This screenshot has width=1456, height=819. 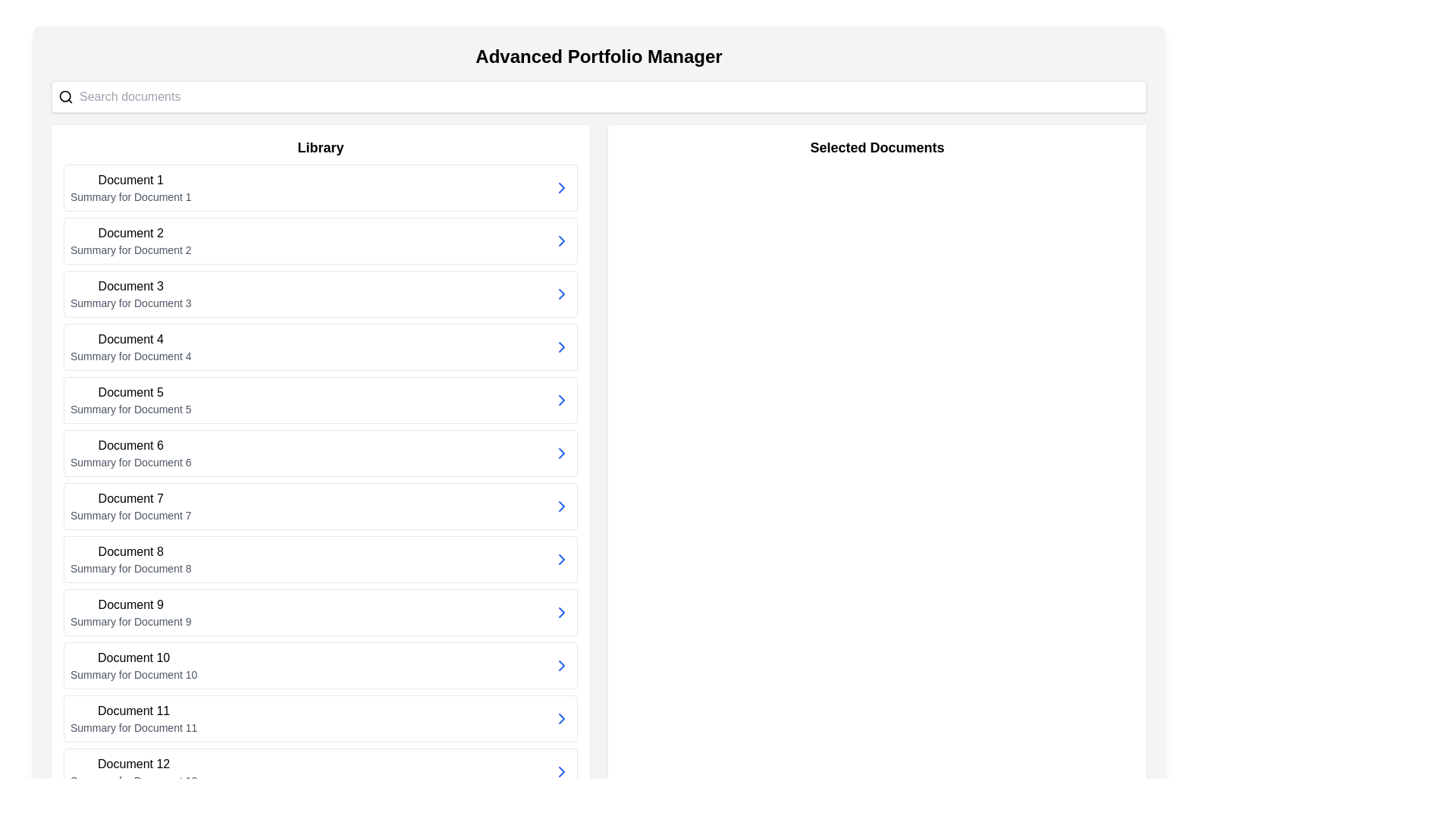 What do you see at coordinates (130, 409) in the screenshot?
I see `summary text associated with the 'Document 5' entry, located in the left-hand column under the 'Library' section` at bounding box center [130, 409].